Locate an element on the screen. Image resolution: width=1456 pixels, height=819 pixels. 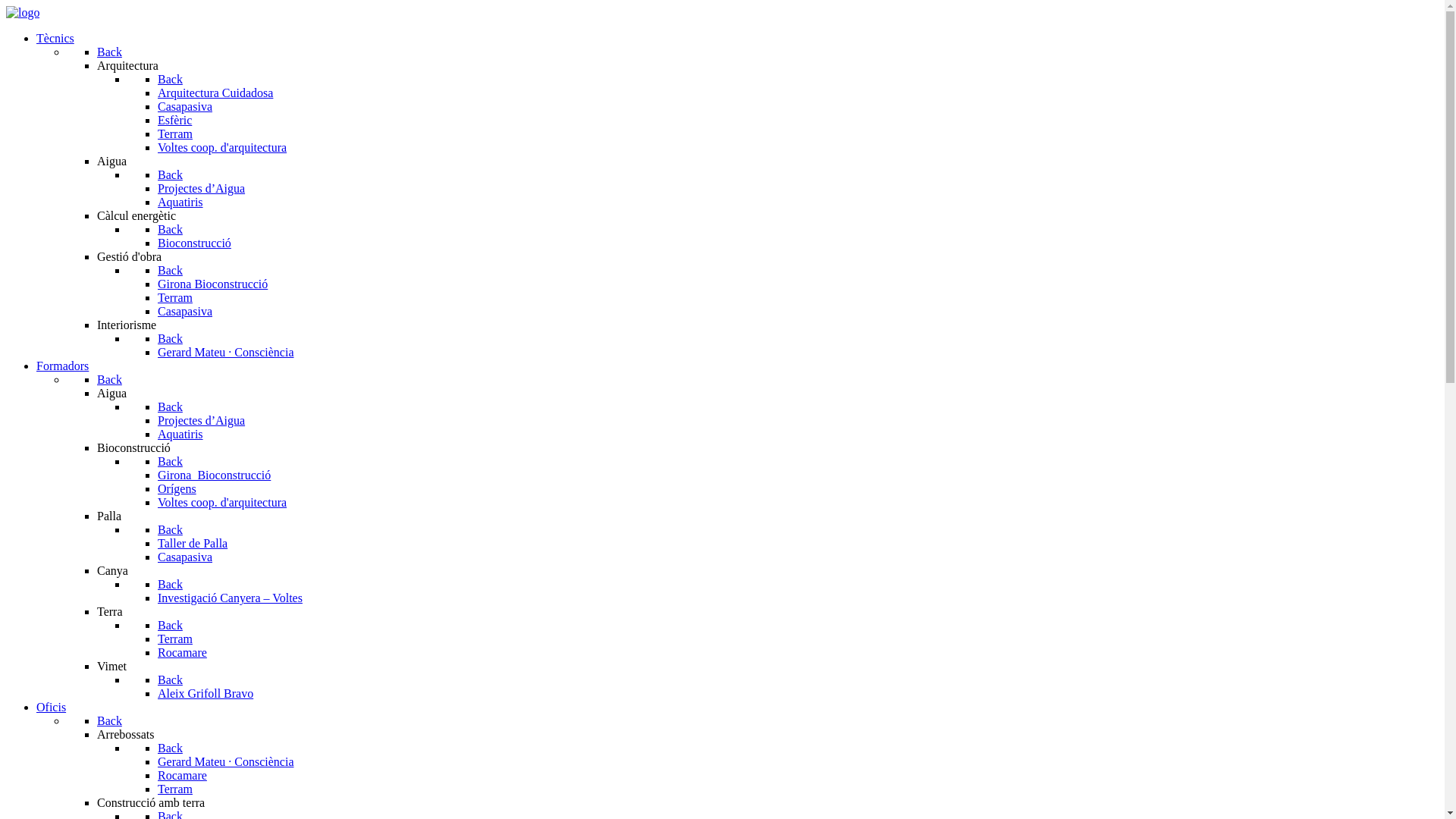
'Aquatiris' is located at coordinates (157, 201).